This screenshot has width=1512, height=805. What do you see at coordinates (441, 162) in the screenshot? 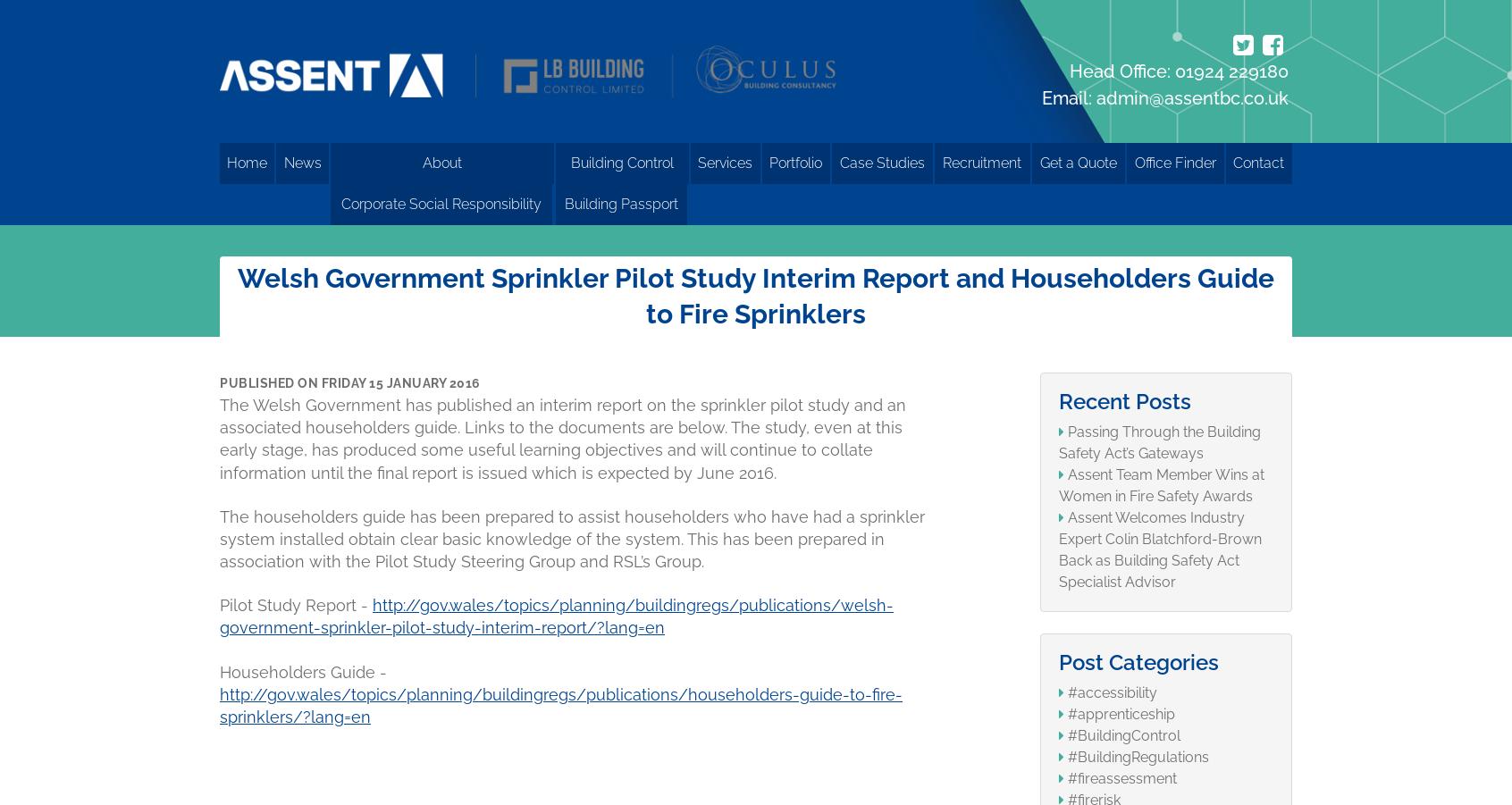
I see `'About'` at bounding box center [441, 162].